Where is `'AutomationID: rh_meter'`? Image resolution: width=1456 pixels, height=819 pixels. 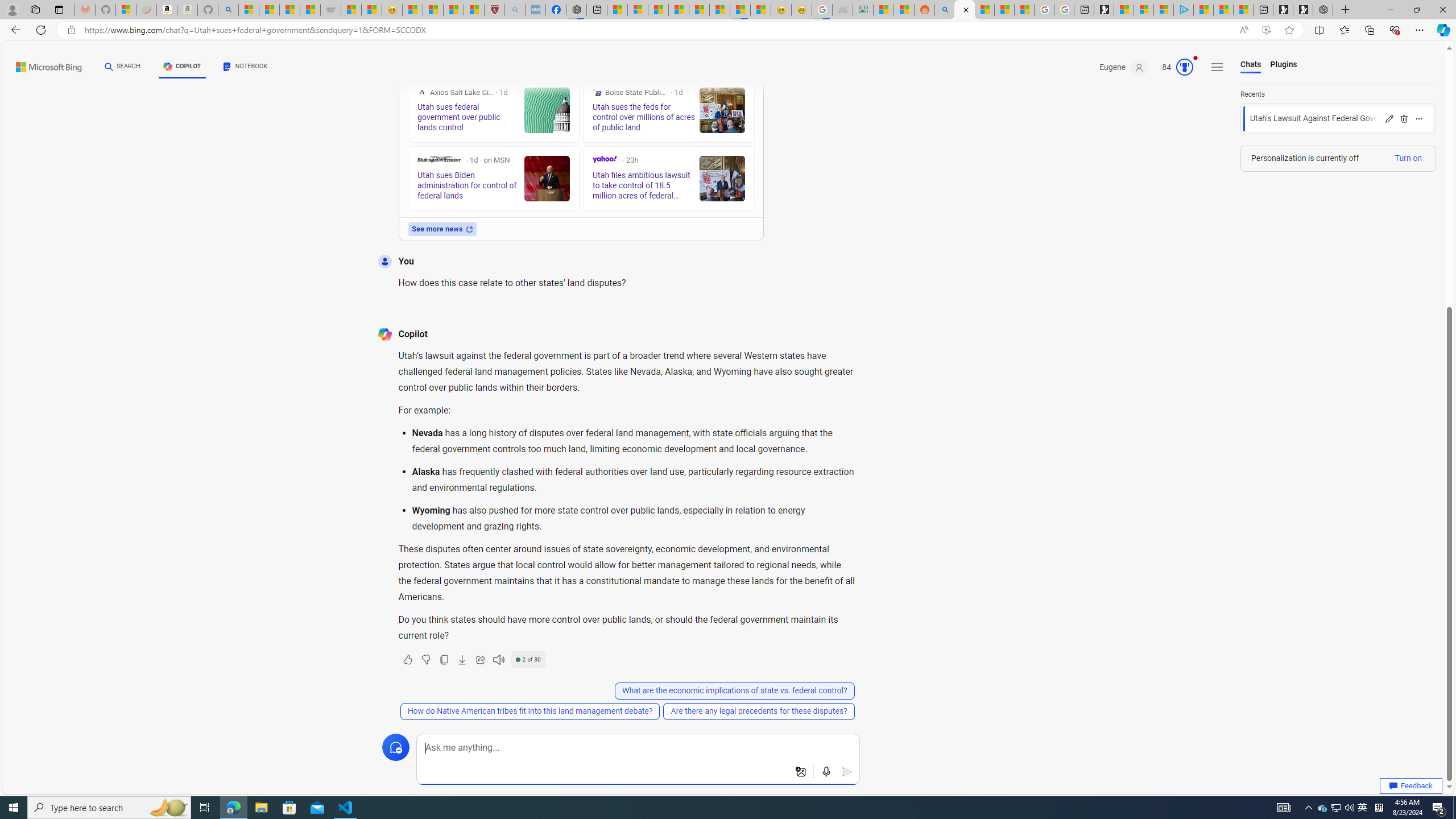 'AutomationID: rh_meter' is located at coordinates (1184, 67).